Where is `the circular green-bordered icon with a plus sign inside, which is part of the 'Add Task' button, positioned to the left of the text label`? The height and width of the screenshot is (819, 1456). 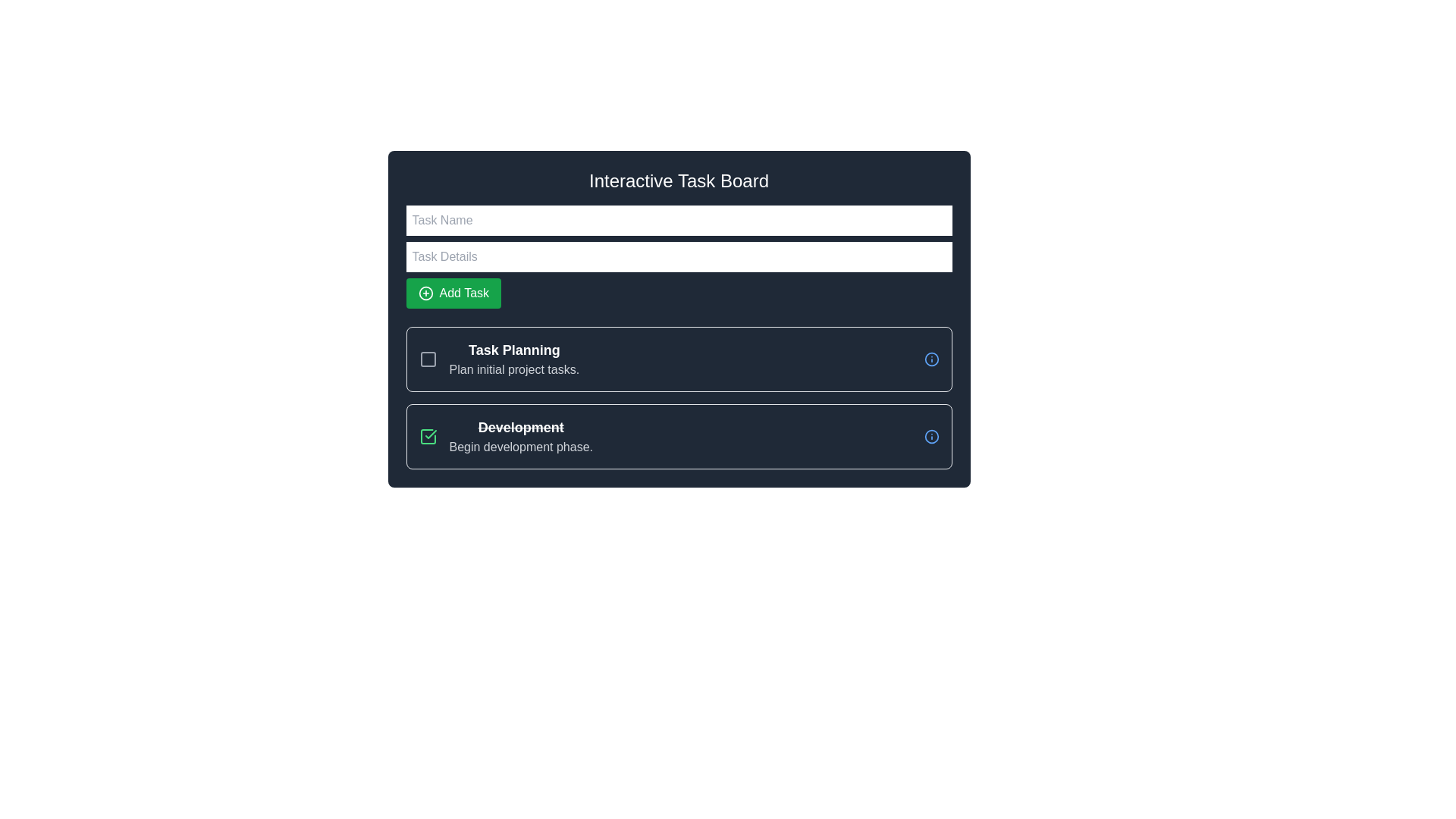 the circular green-bordered icon with a plus sign inside, which is part of the 'Add Task' button, positioned to the left of the text label is located at coordinates (425, 293).